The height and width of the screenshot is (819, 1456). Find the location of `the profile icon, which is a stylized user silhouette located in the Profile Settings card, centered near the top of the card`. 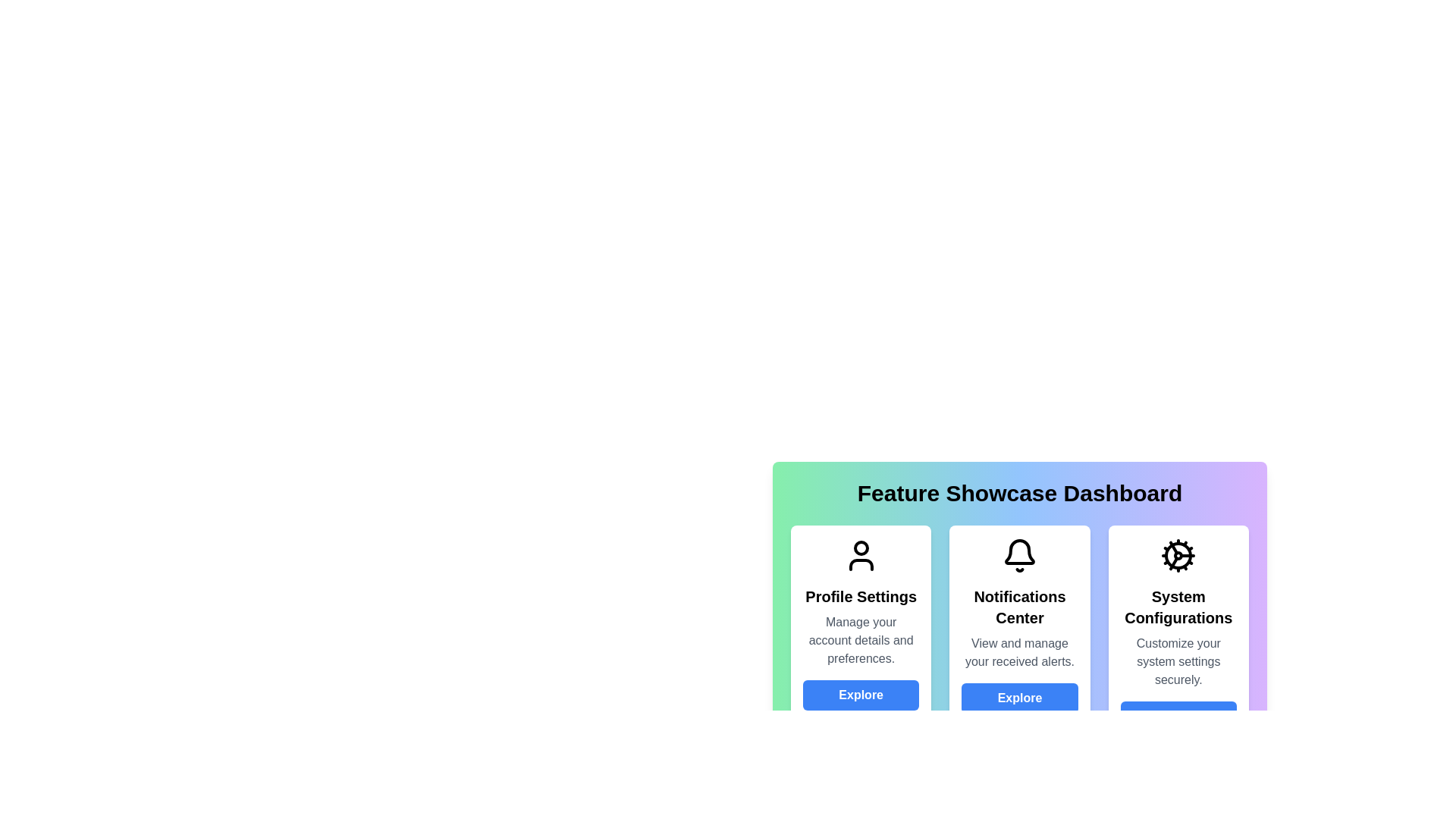

the profile icon, which is a stylized user silhouette located in the Profile Settings card, centered near the top of the card is located at coordinates (861, 555).